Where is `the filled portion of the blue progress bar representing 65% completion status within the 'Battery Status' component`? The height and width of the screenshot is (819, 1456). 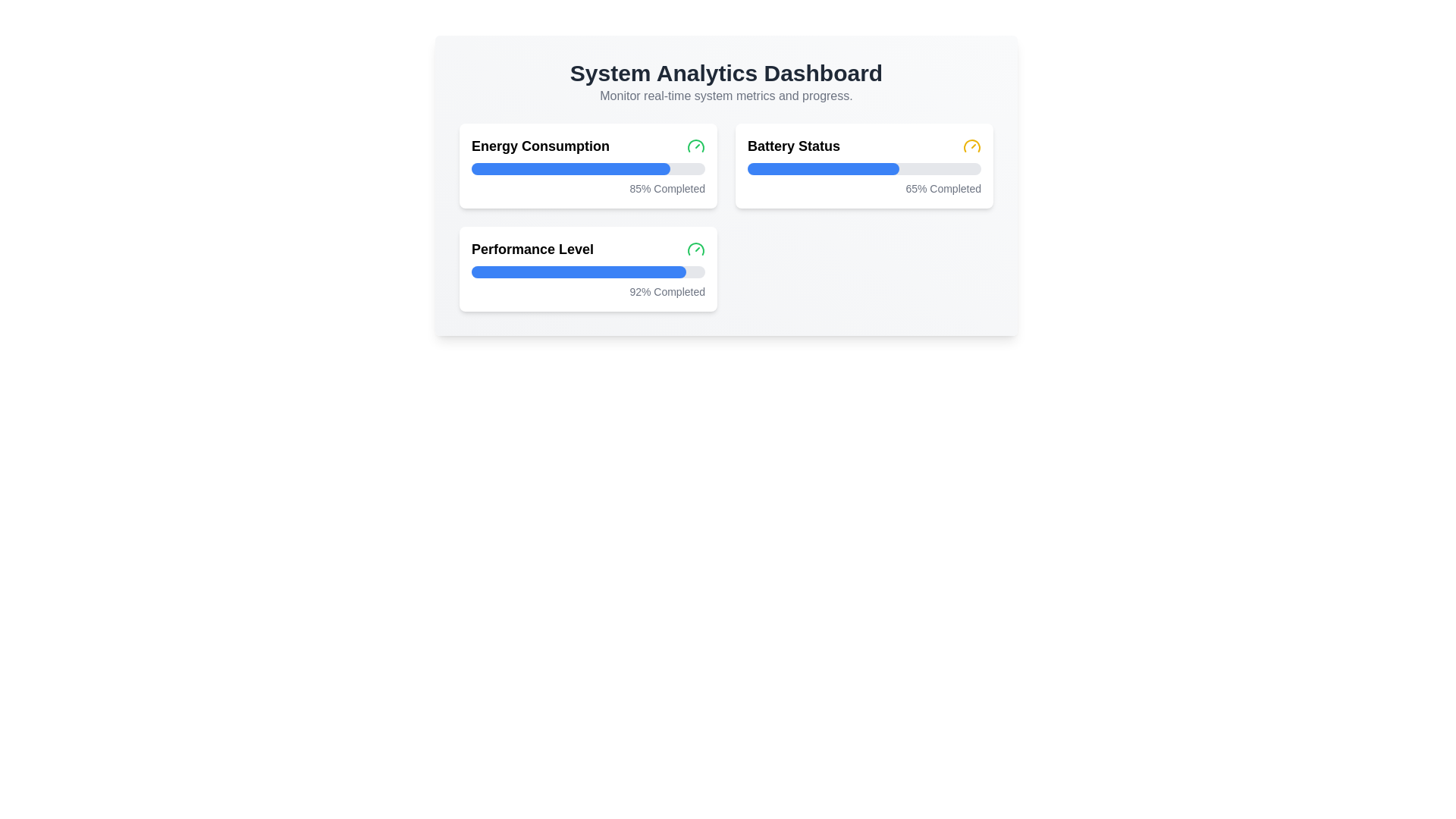 the filled portion of the blue progress bar representing 65% completion status within the 'Battery Status' component is located at coordinates (823, 169).